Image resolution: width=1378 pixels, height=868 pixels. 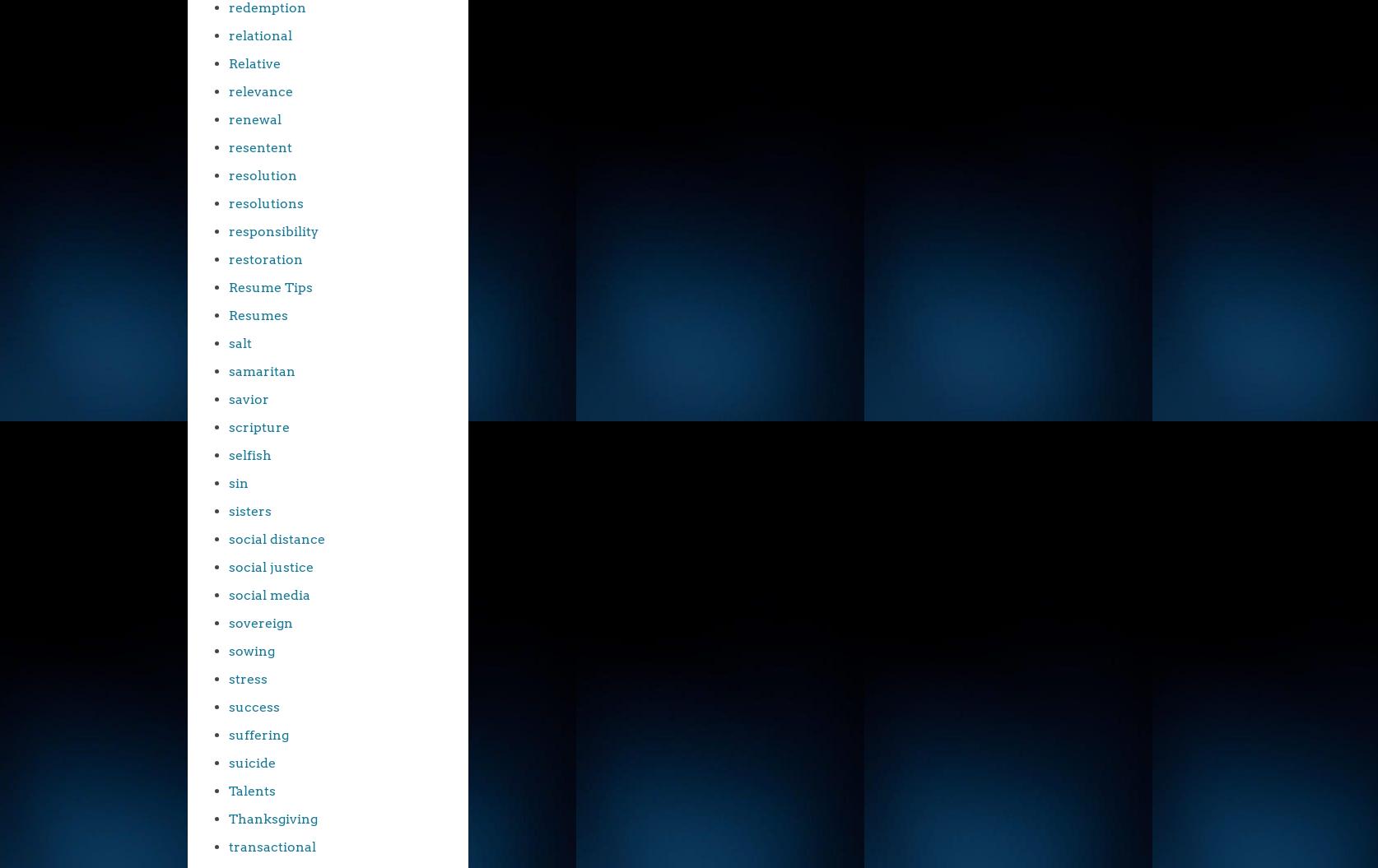 I want to click on 'scripture', so click(x=228, y=427).